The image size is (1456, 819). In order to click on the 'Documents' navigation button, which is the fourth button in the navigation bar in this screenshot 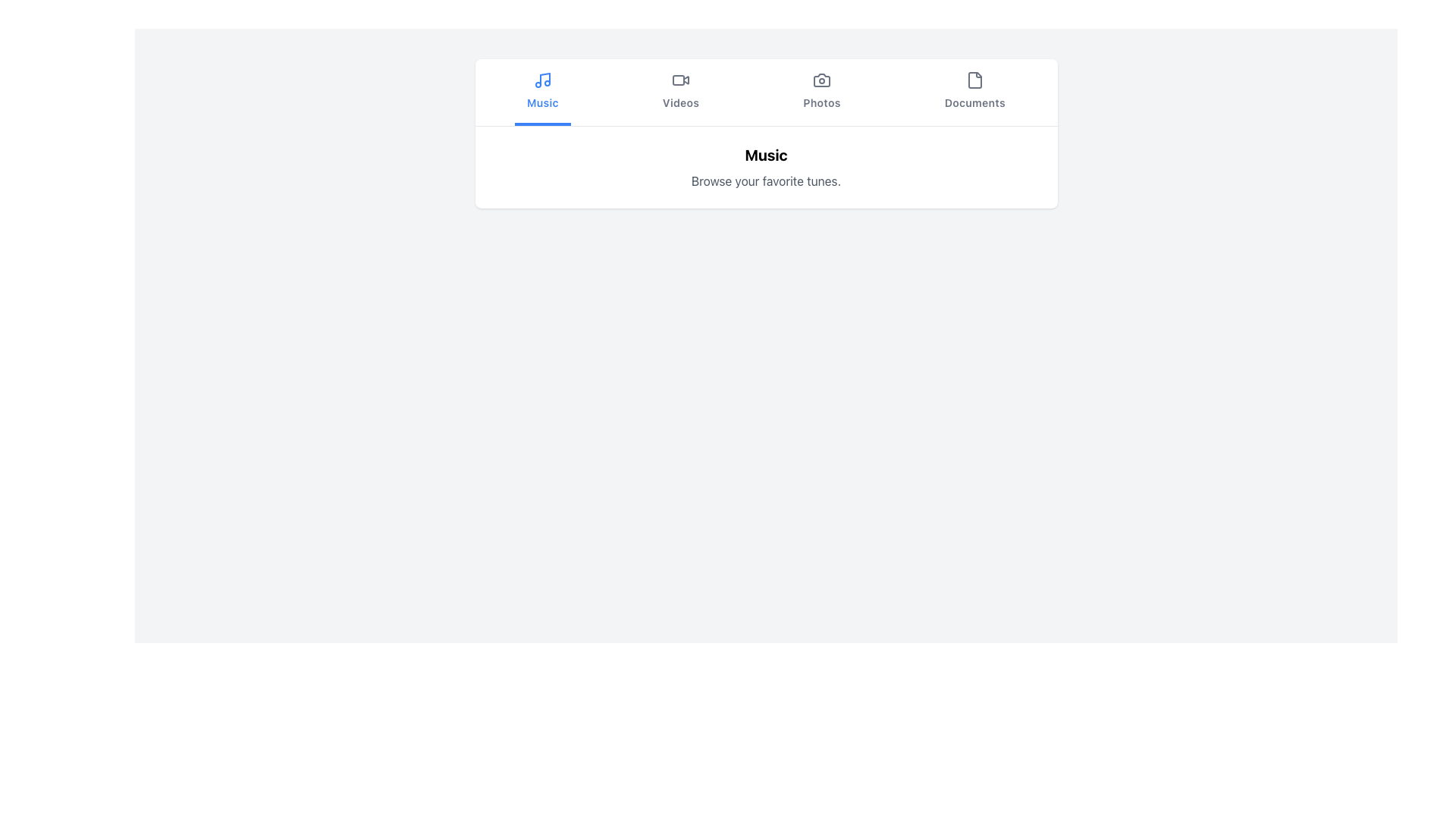, I will do `click(974, 93)`.